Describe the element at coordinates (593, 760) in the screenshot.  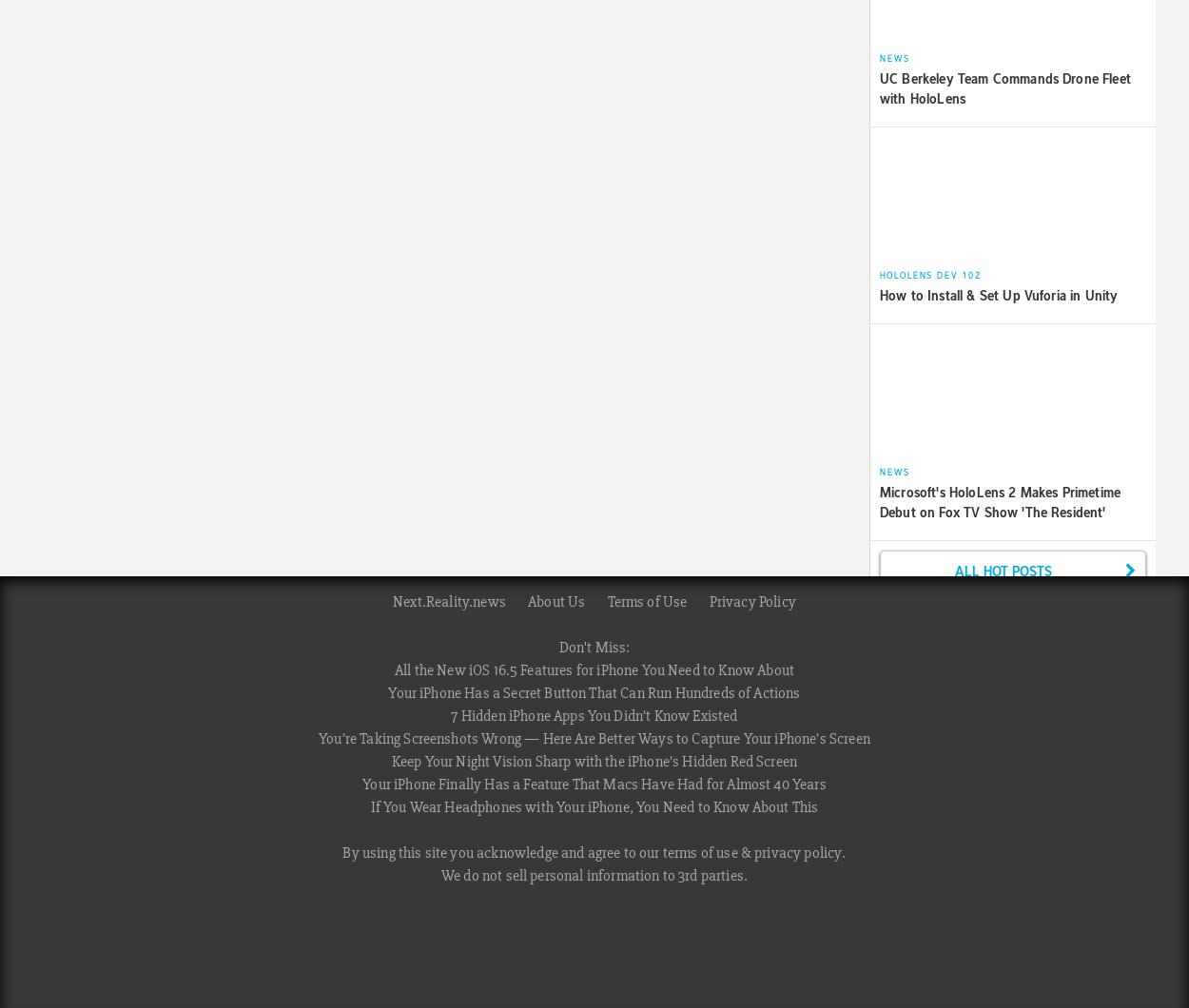
I see `'Keep Your Night Vision Sharp with the iPhone’s Hidden Red Screen'` at that location.